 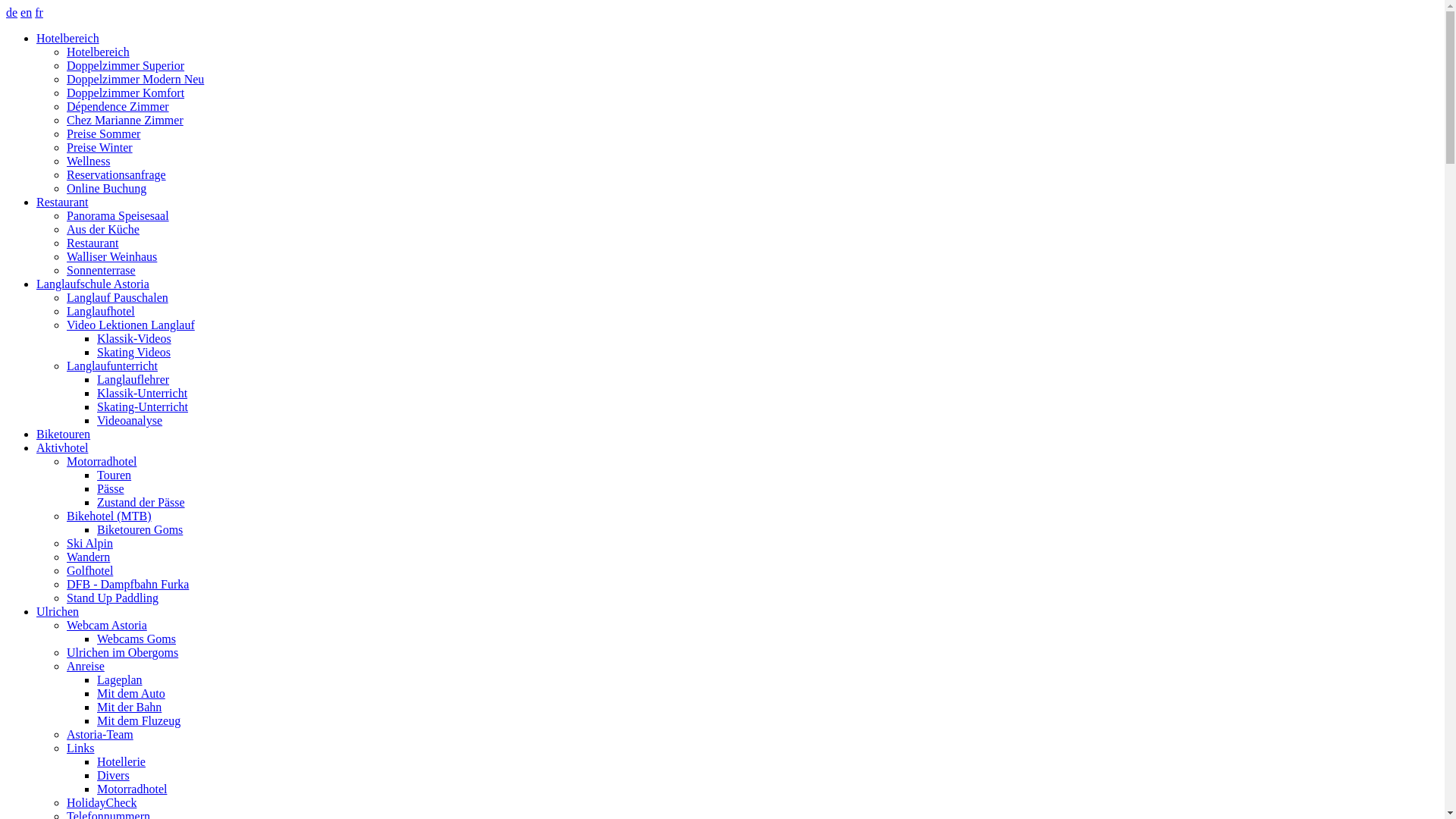 I want to click on 'Hotelbereich', so click(x=97, y=51).